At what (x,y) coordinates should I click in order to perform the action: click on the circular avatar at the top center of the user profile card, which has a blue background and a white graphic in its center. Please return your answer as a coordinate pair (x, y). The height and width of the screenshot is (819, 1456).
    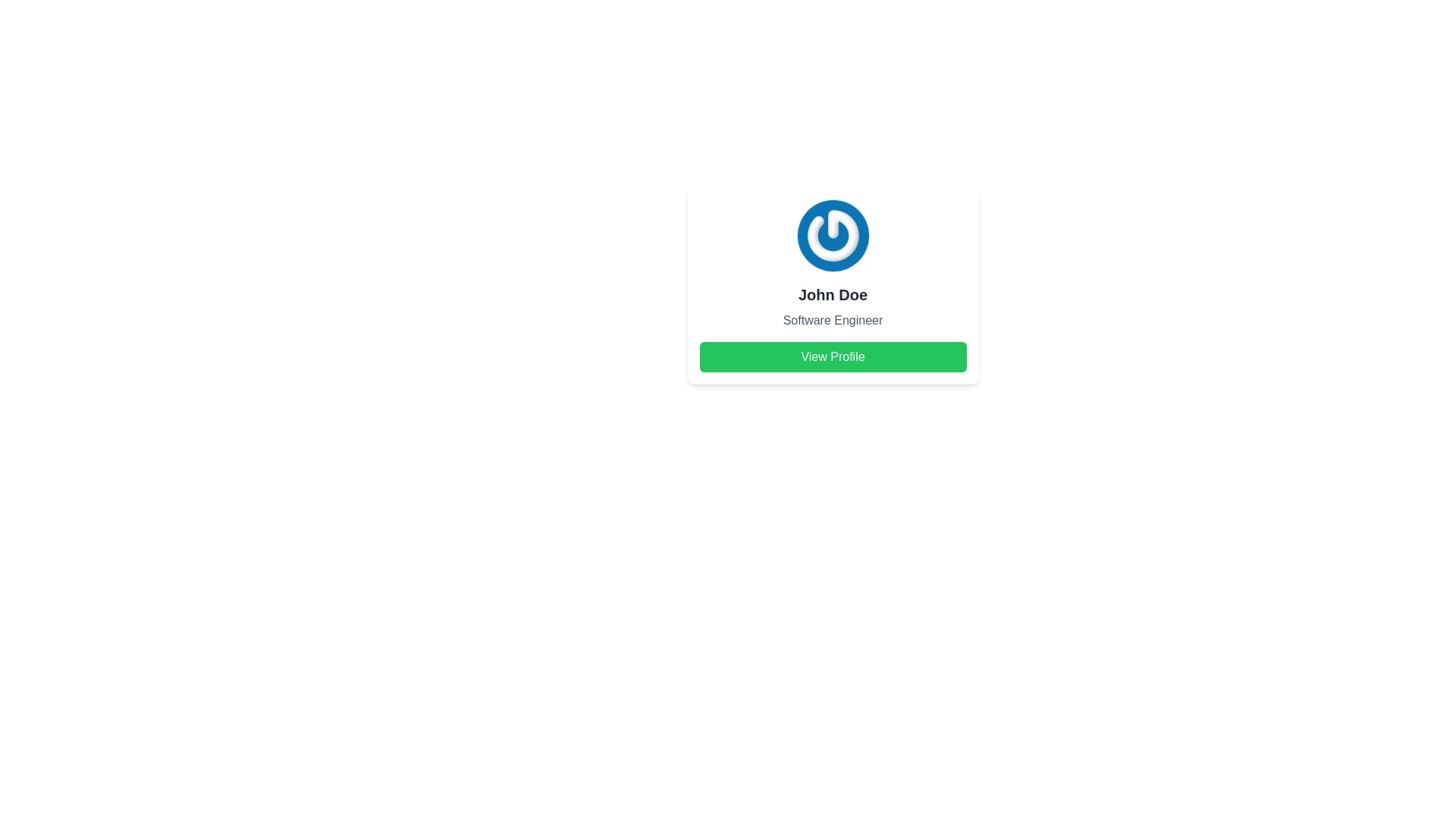
    Looking at the image, I should click on (832, 236).